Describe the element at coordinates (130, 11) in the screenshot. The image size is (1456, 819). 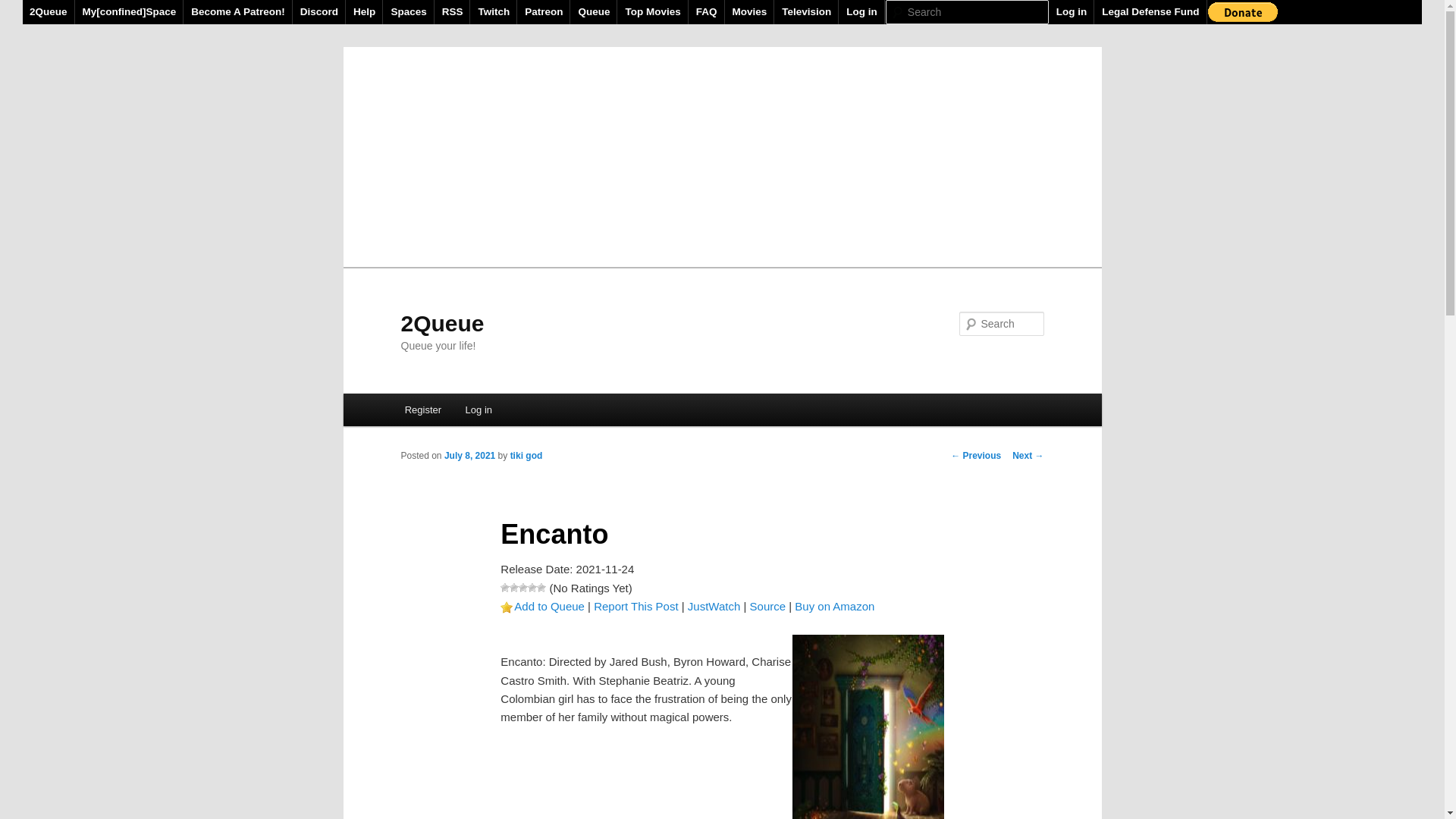
I see `'My[confined]Space'` at that location.